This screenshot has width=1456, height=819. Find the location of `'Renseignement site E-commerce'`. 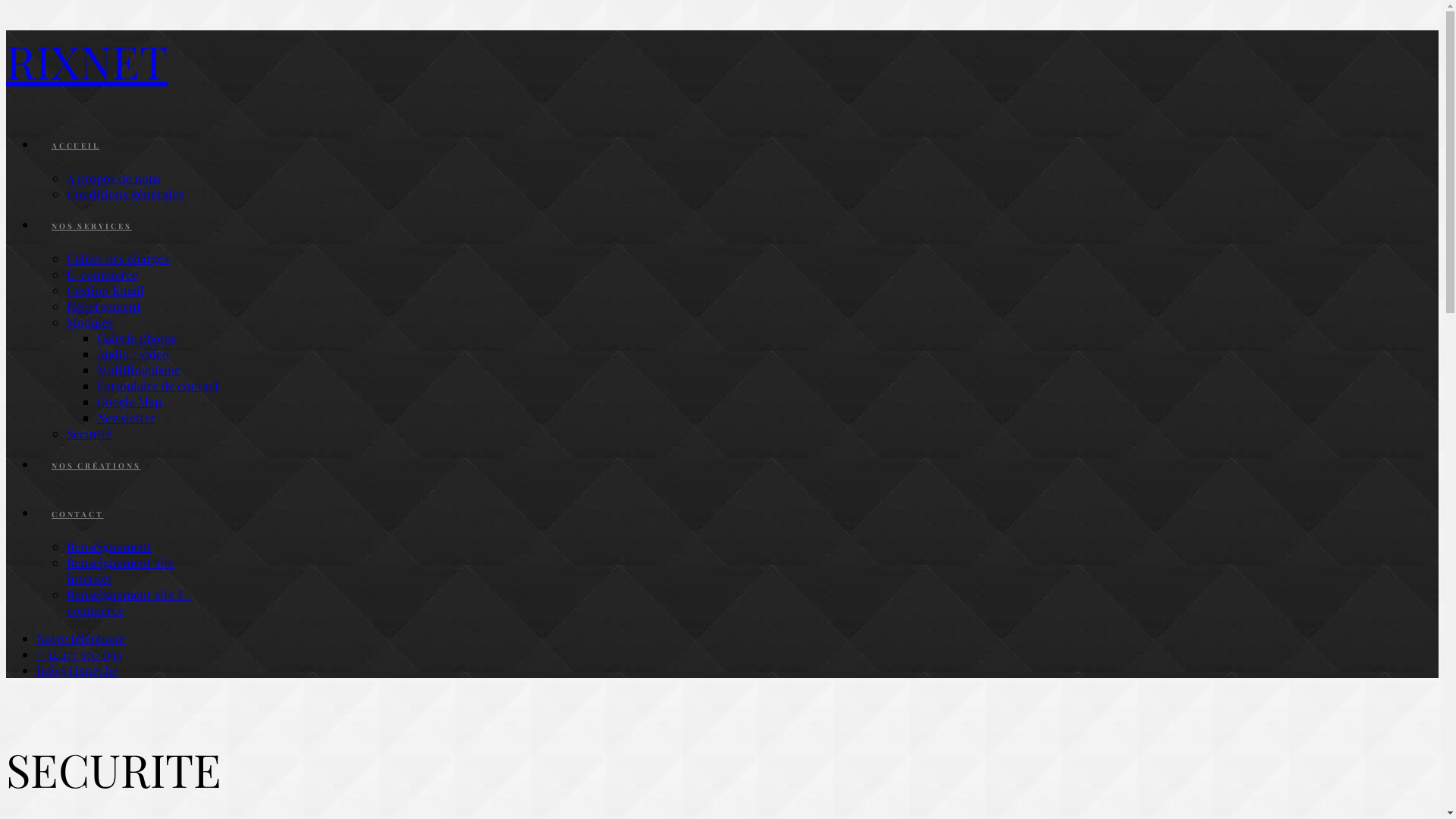

'Renseignement site E-commerce' is located at coordinates (128, 601).